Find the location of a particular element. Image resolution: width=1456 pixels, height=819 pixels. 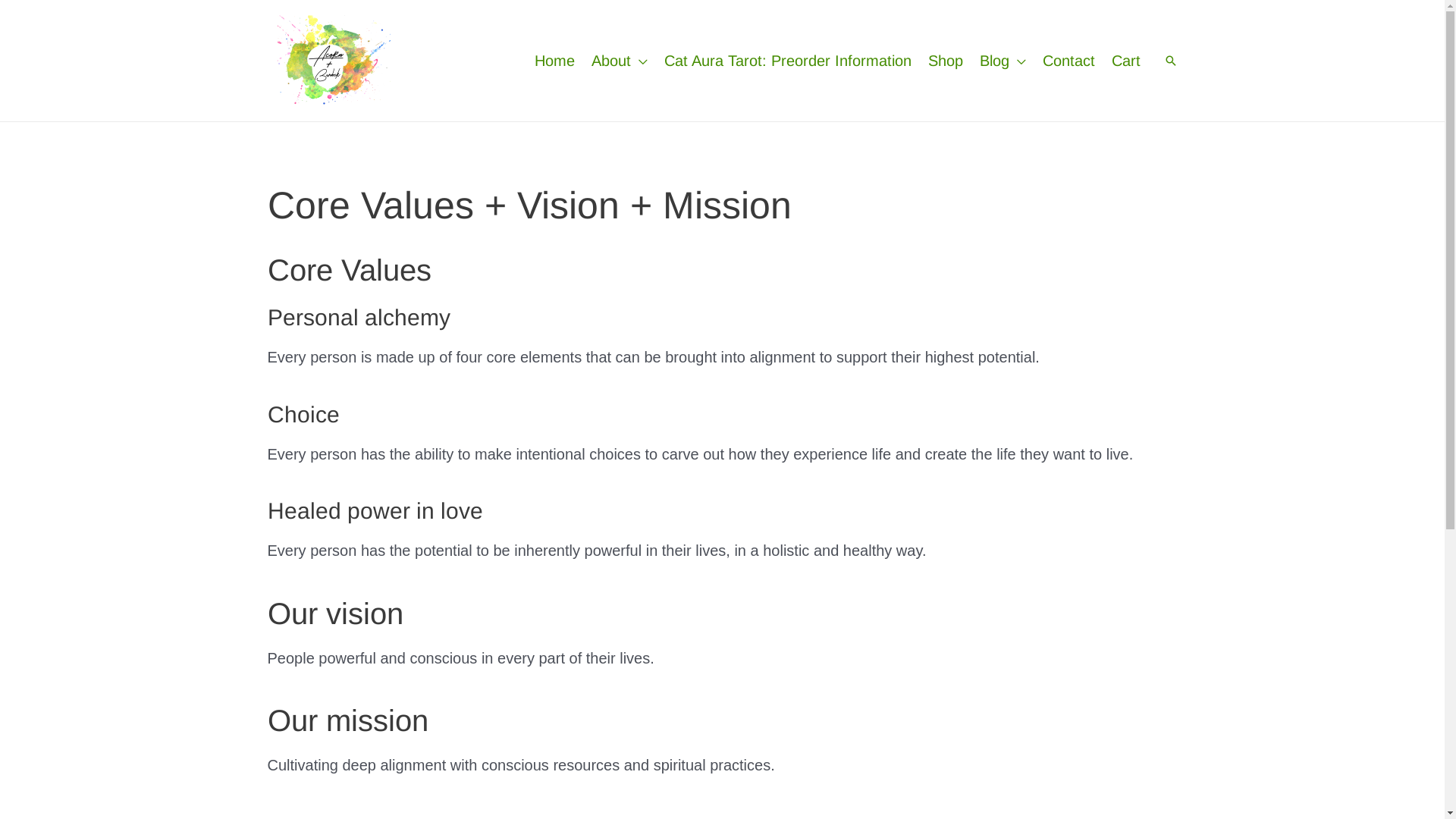

'Search' is located at coordinates (1169, 60).